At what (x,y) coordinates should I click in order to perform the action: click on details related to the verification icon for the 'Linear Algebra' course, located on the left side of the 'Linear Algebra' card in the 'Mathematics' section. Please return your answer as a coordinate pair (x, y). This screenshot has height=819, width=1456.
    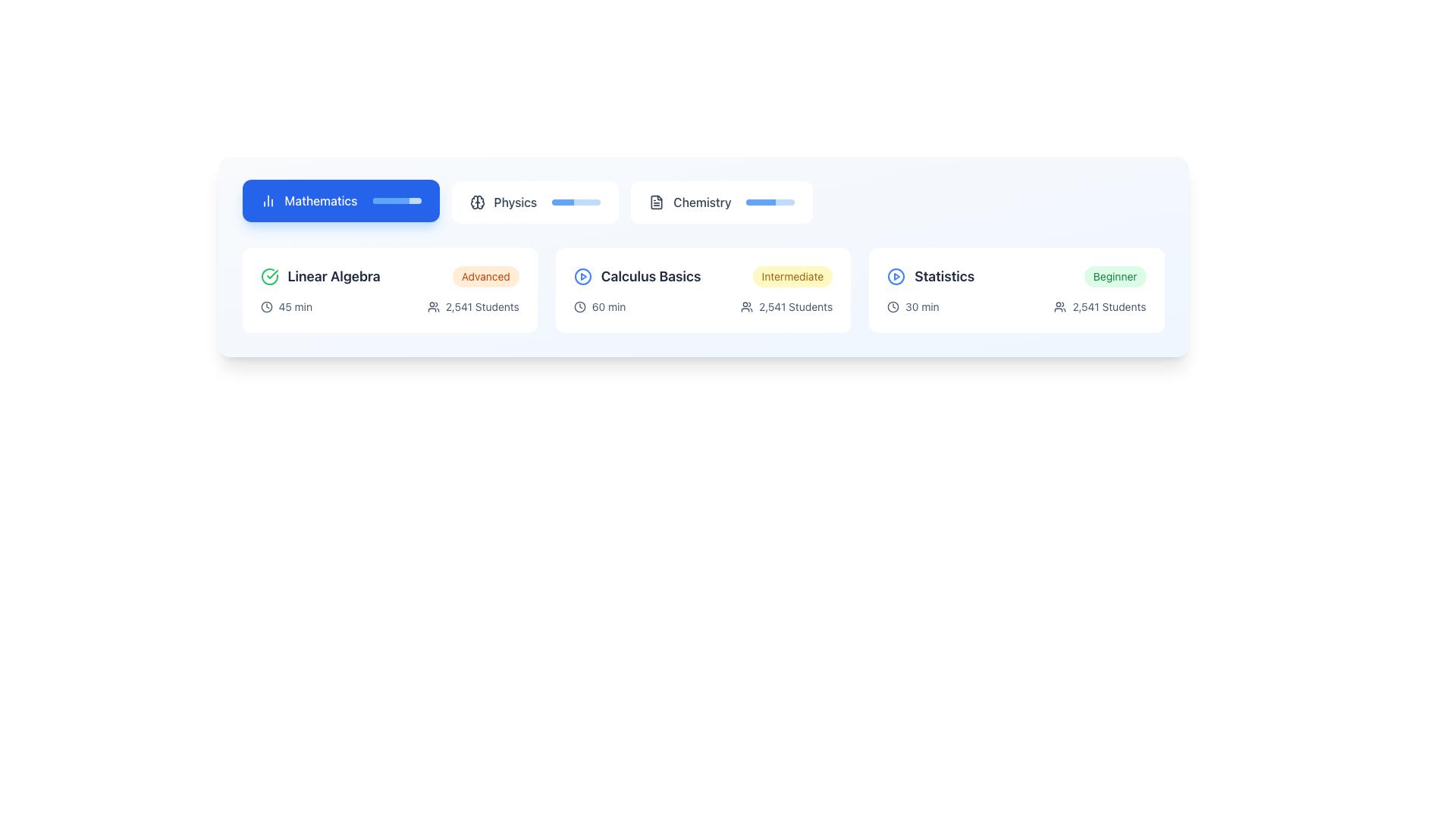
    Looking at the image, I should click on (269, 277).